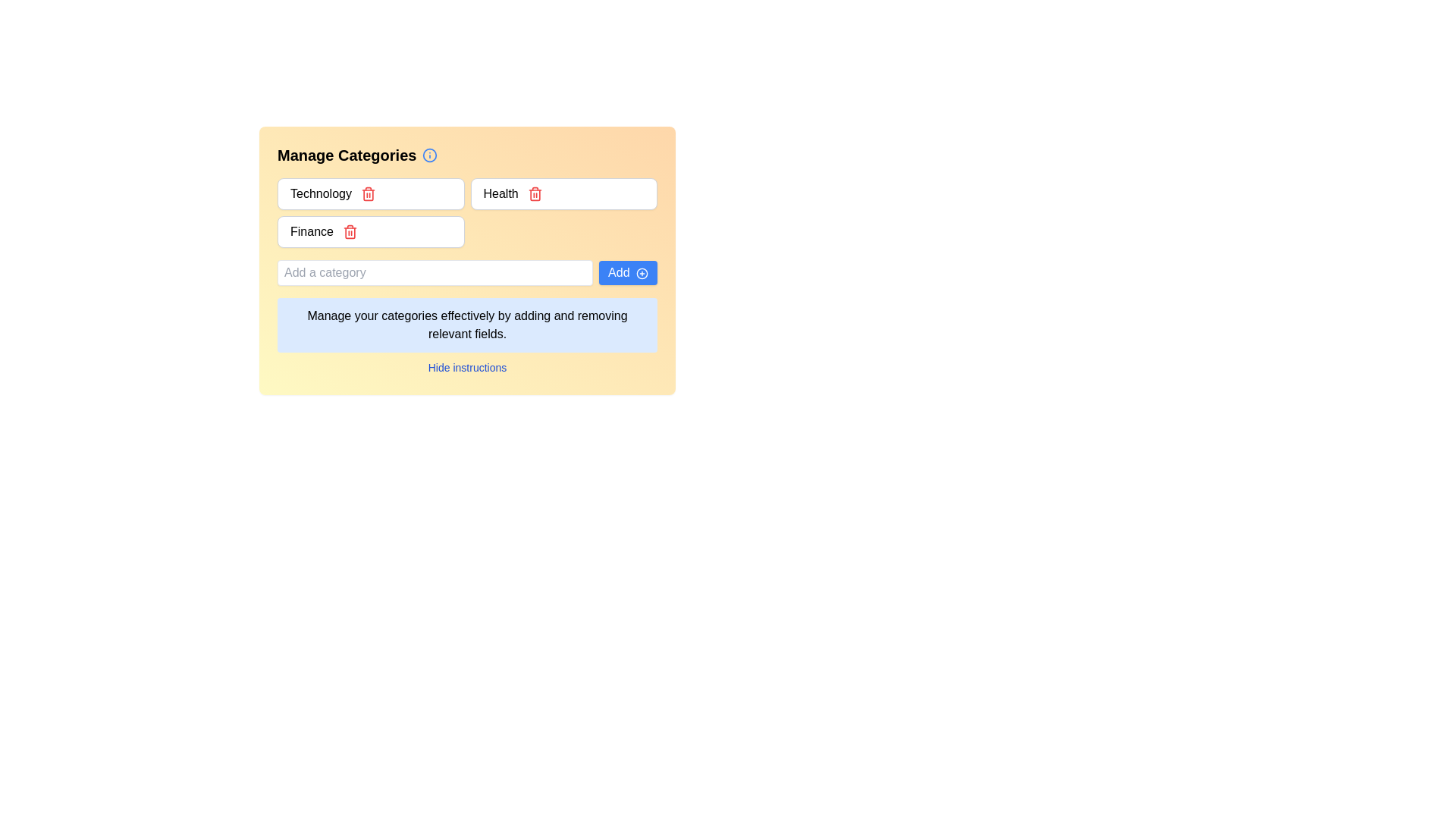 Image resolution: width=1456 pixels, height=819 pixels. What do you see at coordinates (368, 193) in the screenshot?
I see `the delete button (trash icon) located to the right of the 'Technology' text` at bounding box center [368, 193].